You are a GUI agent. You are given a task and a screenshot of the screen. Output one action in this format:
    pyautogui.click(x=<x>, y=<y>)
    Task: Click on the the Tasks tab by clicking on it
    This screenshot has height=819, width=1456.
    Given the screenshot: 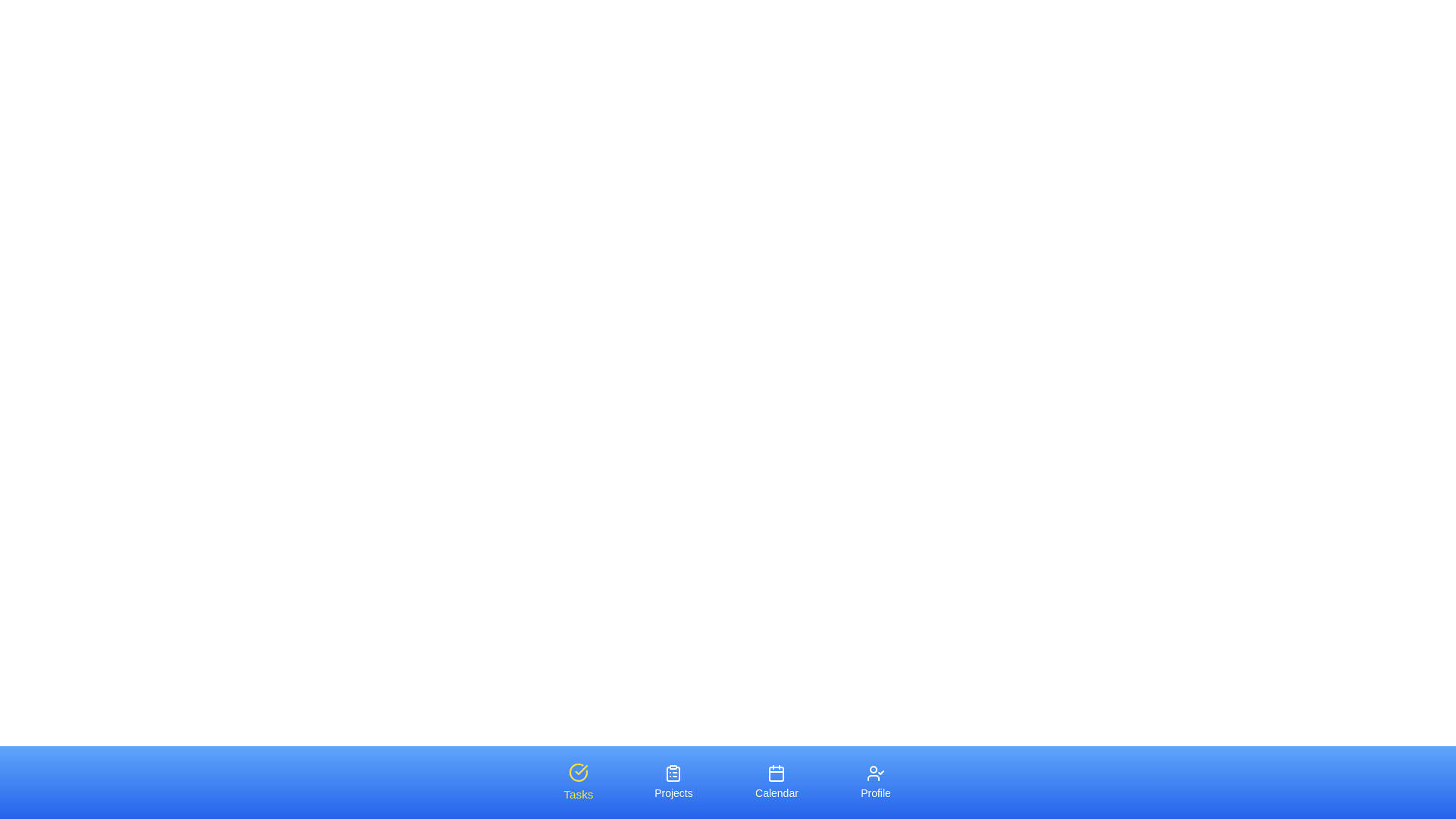 What is the action you would take?
    pyautogui.click(x=578, y=783)
    